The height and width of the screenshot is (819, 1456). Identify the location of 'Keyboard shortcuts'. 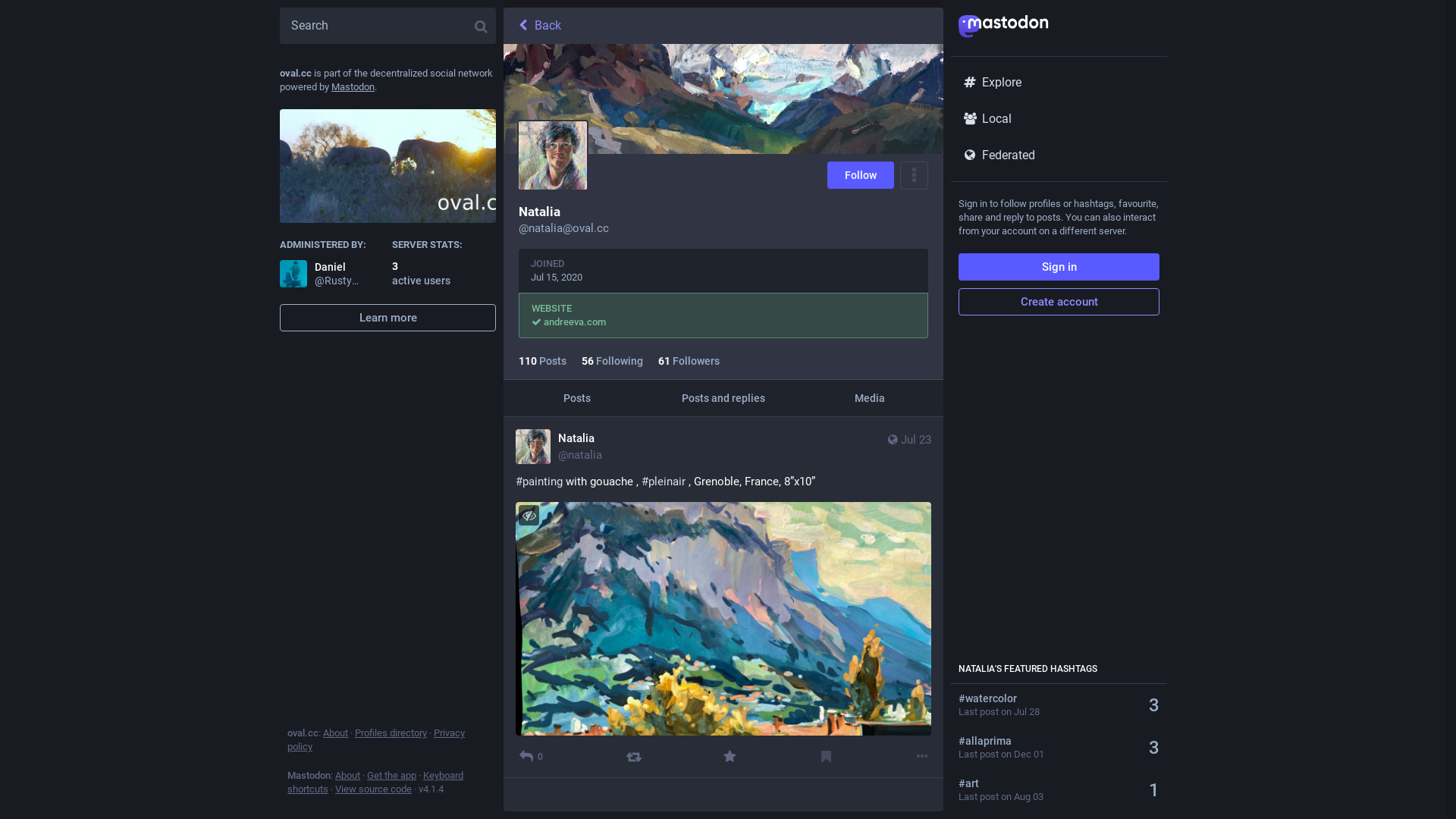
(287, 782).